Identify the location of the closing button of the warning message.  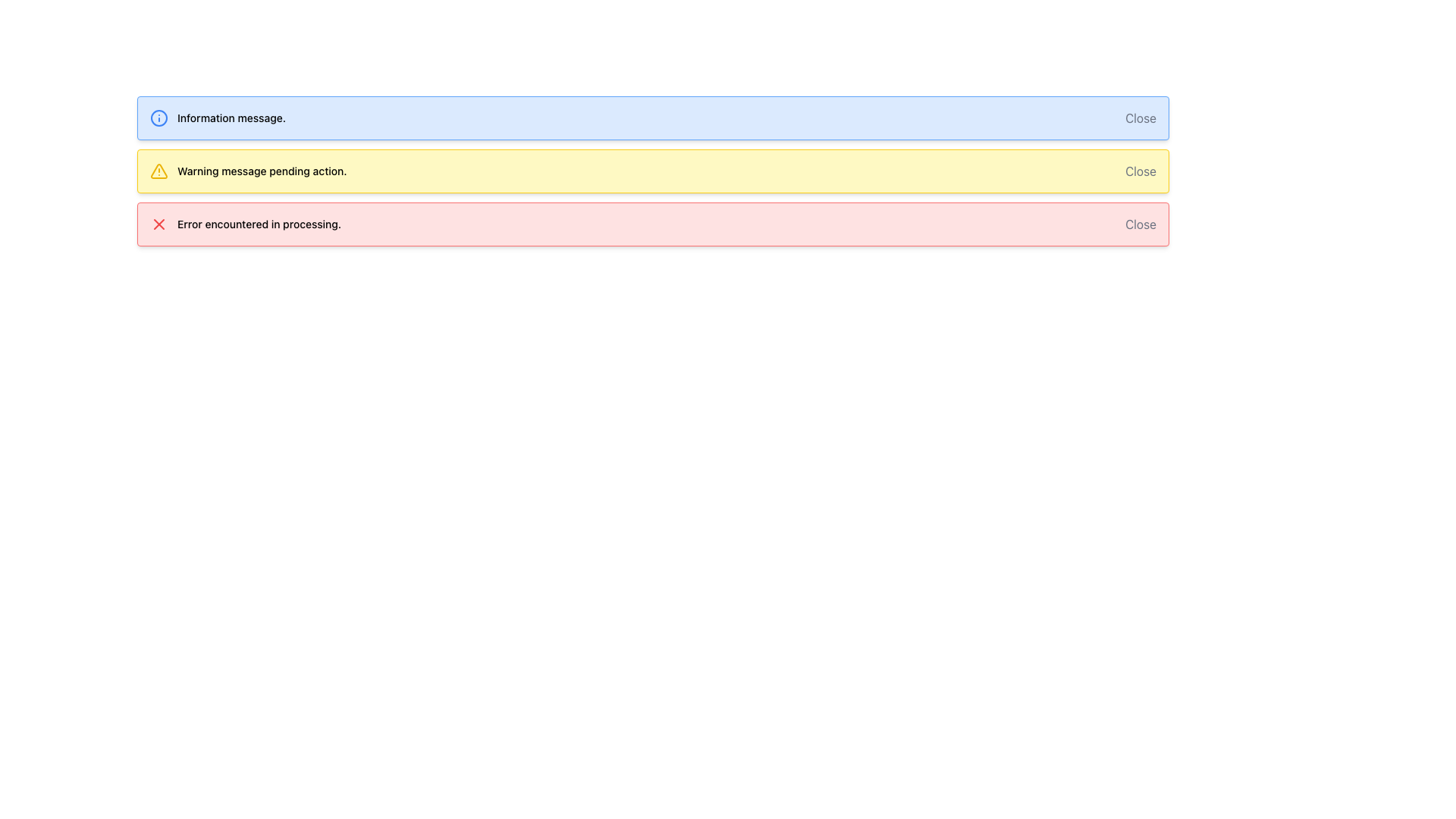
(1141, 171).